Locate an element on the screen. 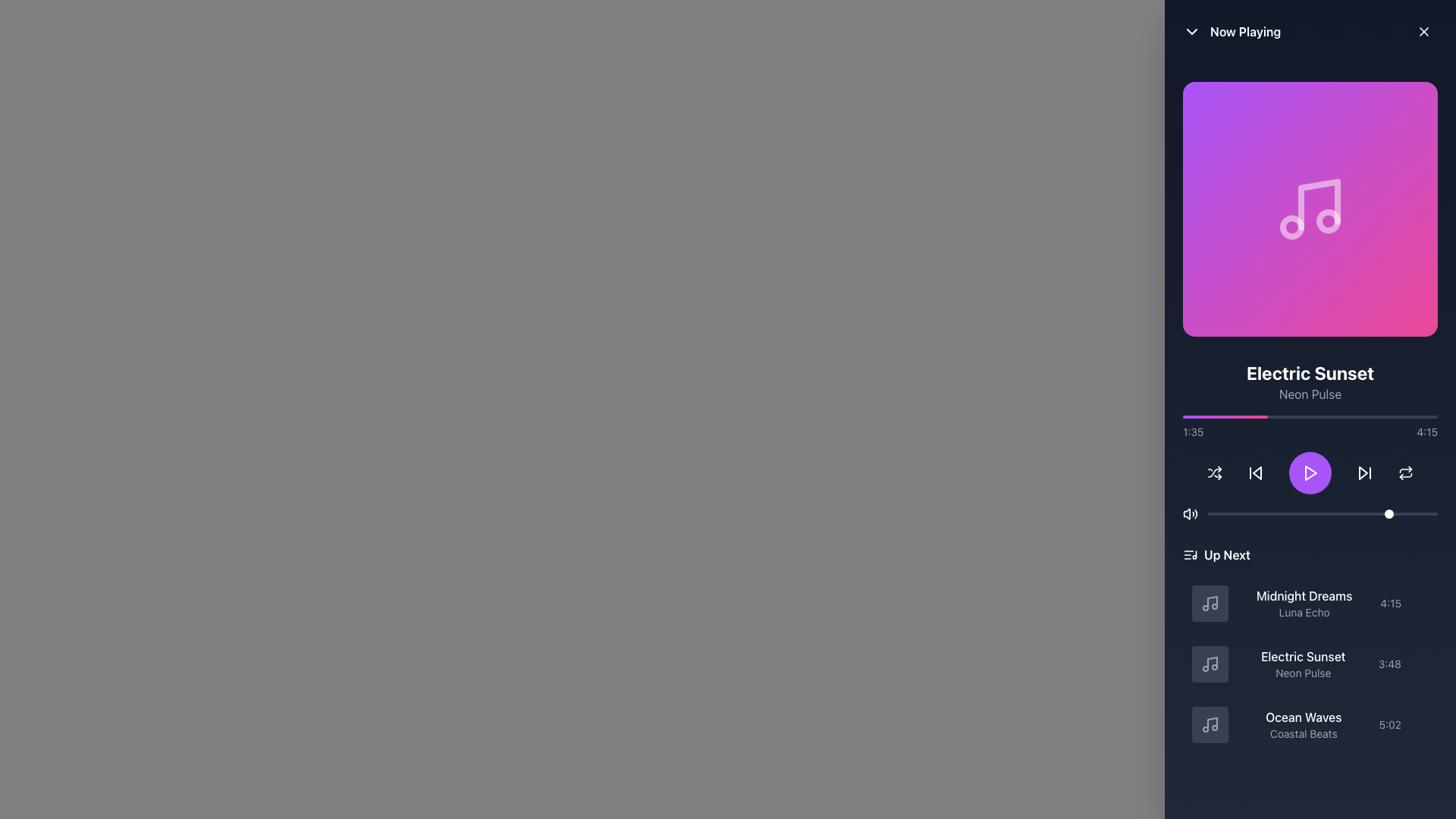 This screenshot has height=819, width=1456. the thumbnail icon for the music track 'Electric Sunset', located at the leftmost position in the second row of the 'Up Next' section is located at coordinates (1210, 663).